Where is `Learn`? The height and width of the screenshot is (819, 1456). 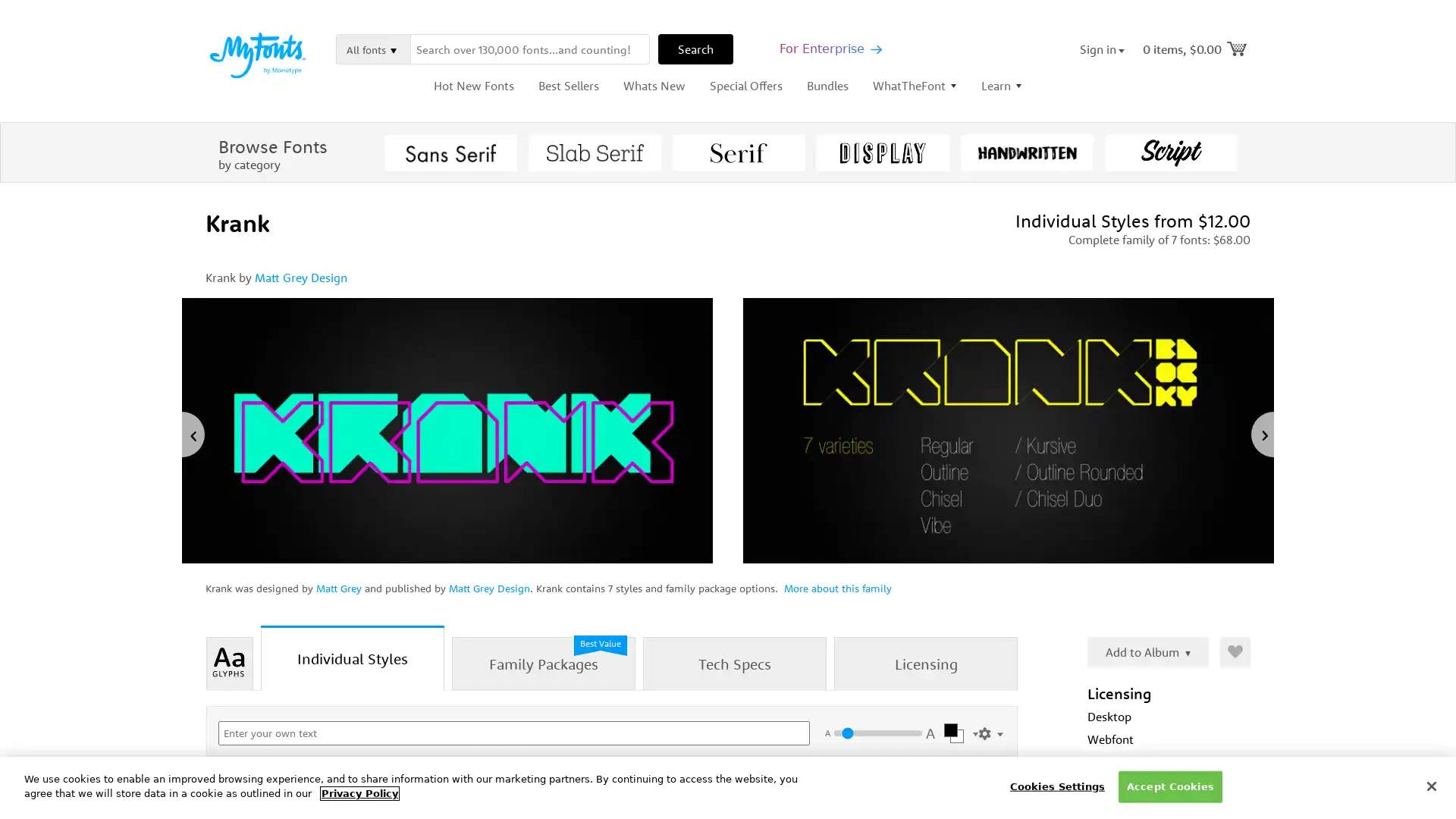 Learn is located at coordinates (1001, 85).